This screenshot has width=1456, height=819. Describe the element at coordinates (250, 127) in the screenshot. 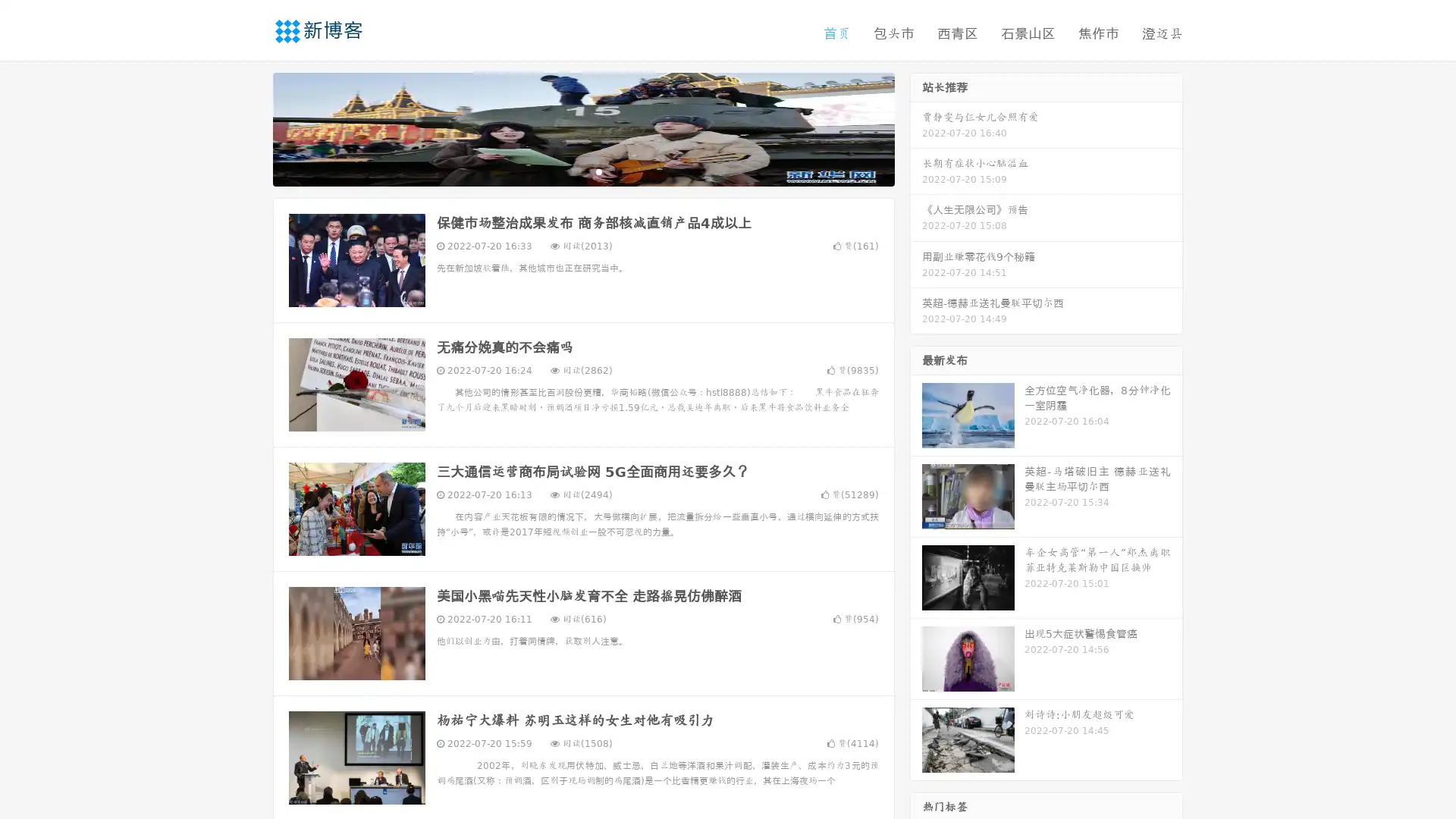

I see `Previous slide` at that location.